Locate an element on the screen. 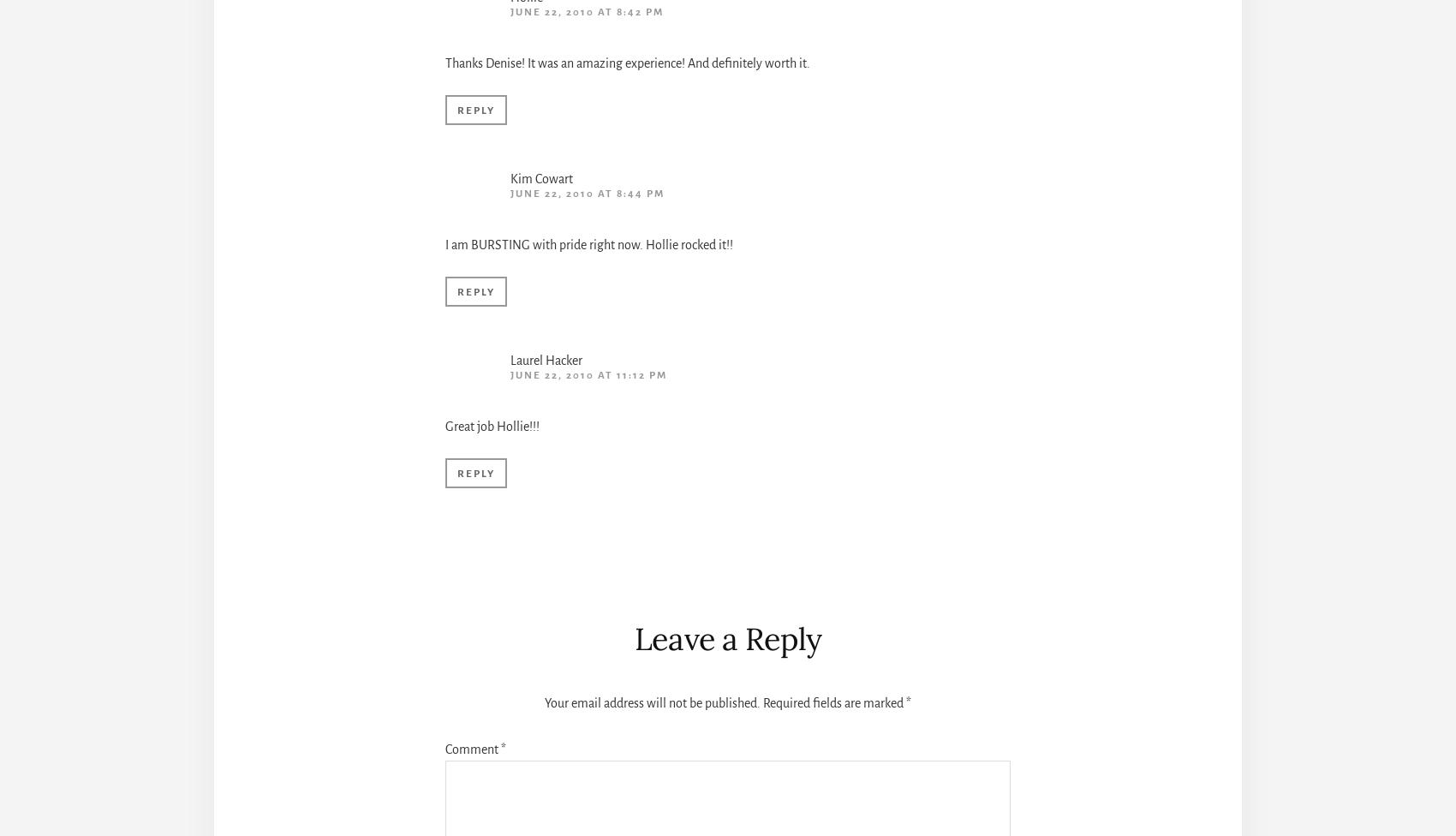  'June 22, 2010 at 8:42 pm' is located at coordinates (510, 12).